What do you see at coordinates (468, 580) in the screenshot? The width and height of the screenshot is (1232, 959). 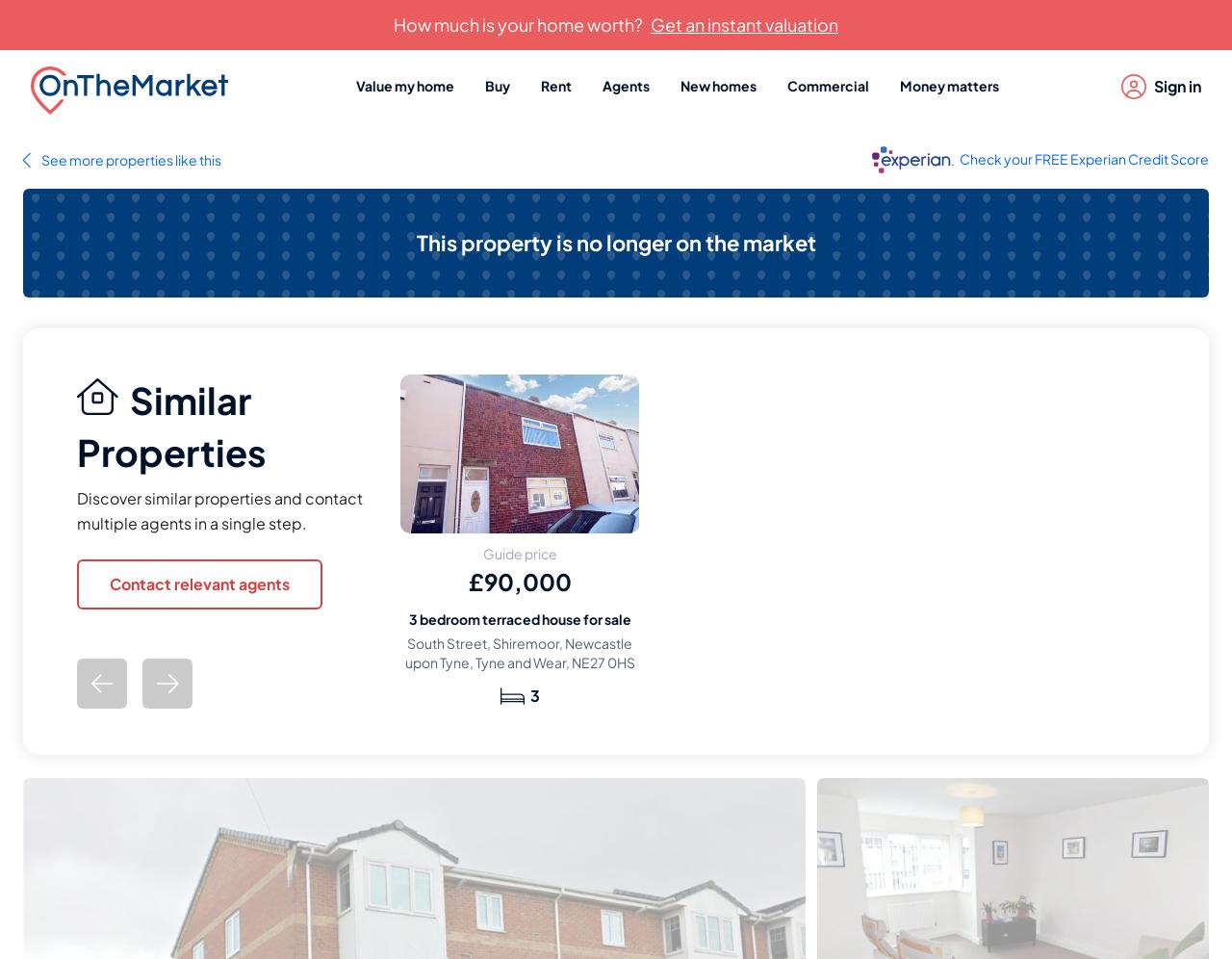 I see `'£90,000'` at bounding box center [468, 580].